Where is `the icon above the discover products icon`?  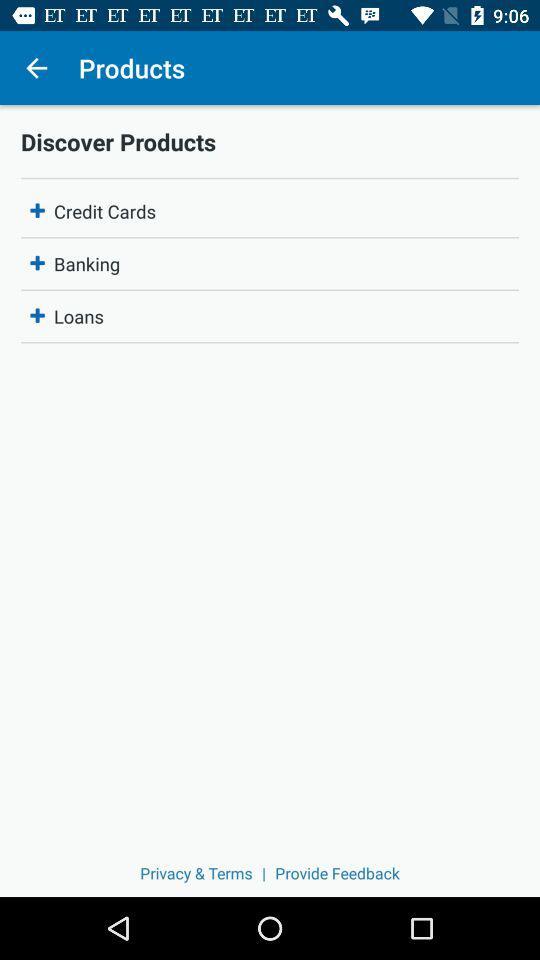 the icon above the discover products icon is located at coordinates (36, 68).